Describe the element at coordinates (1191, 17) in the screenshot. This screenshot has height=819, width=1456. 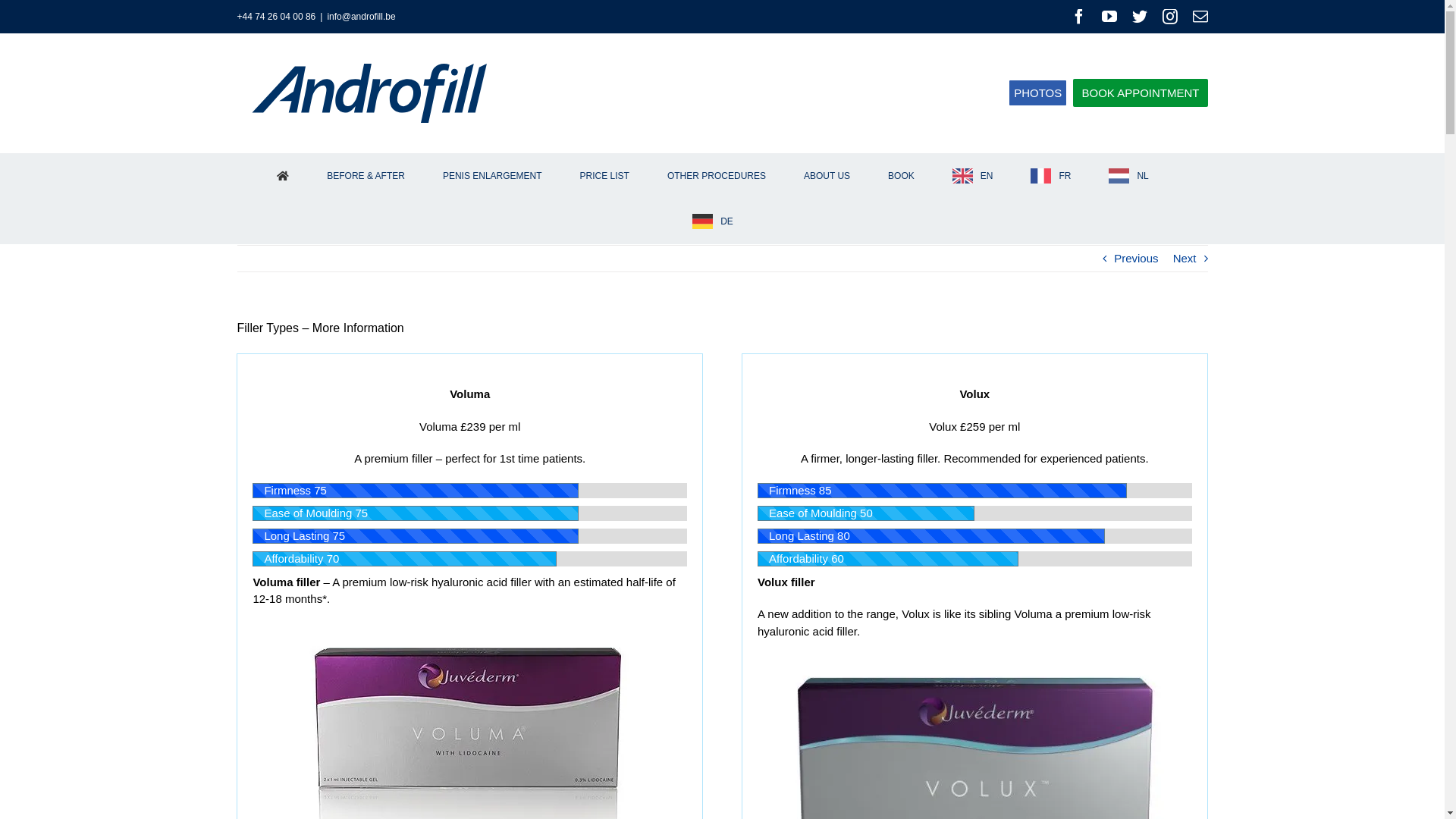
I see `'Email'` at that location.